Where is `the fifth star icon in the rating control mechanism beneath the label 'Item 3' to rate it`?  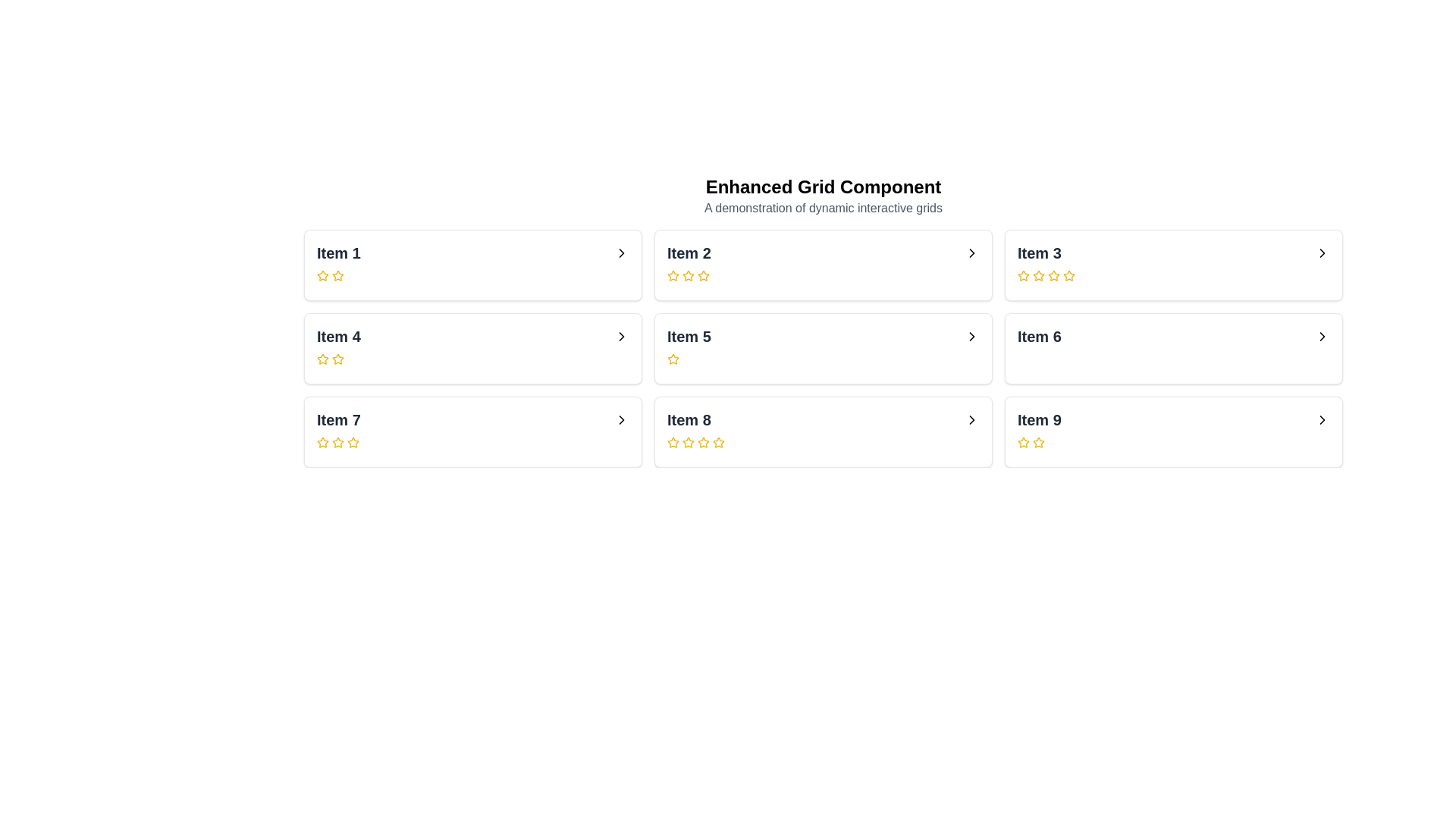 the fifth star icon in the rating control mechanism beneath the label 'Item 3' to rate it is located at coordinates (1068, 275).